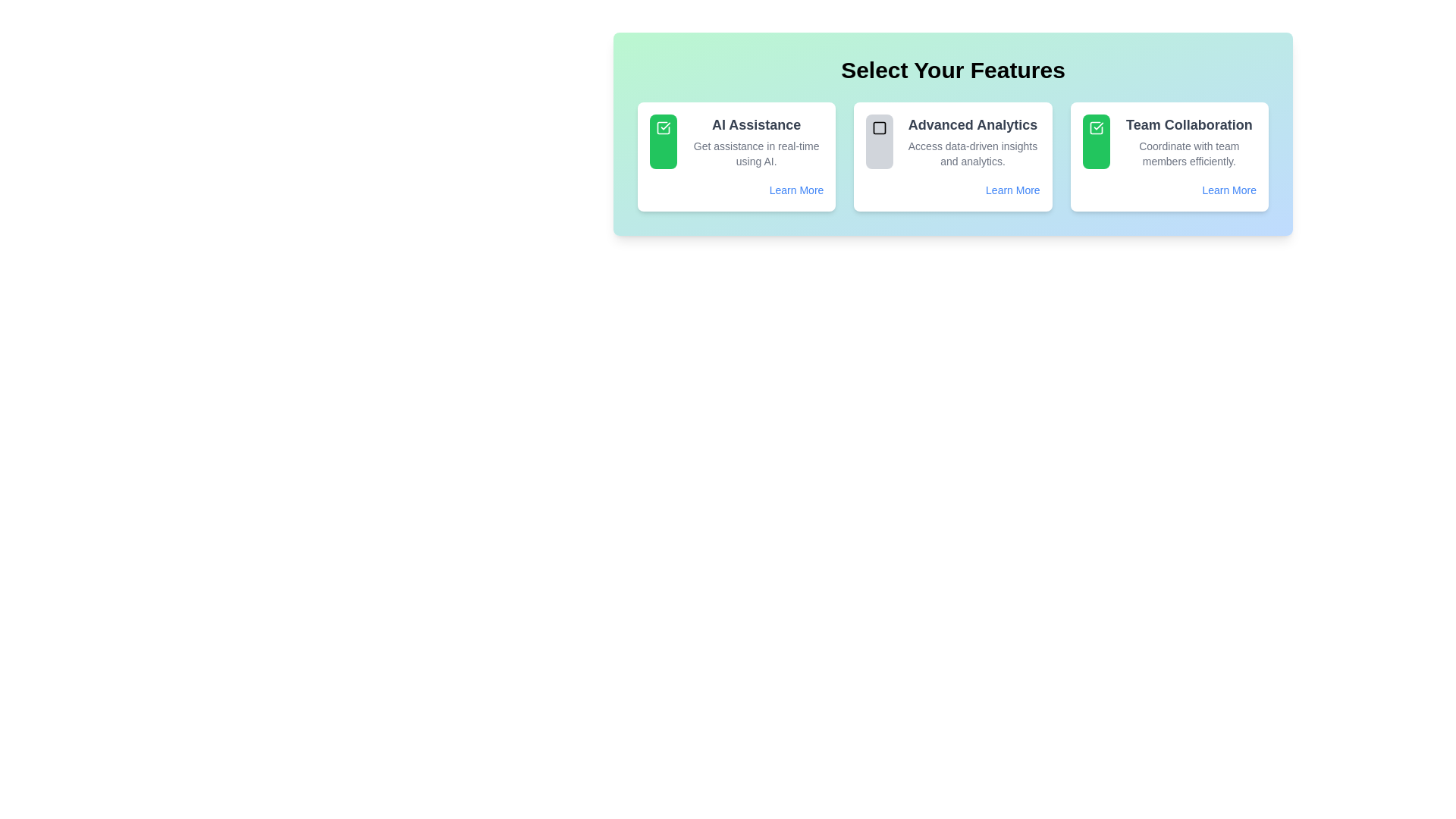 Image resolution: width=1456 pixels, height=819 pixels. What do you see at coordinates (1096, 127) in the screenshot?
I see `the checkmark icon inside the green box in the top-right square of the 'Select Your Features' section, which is part of the 'Team Collaboration' card` at bounding box center [1096, 127].